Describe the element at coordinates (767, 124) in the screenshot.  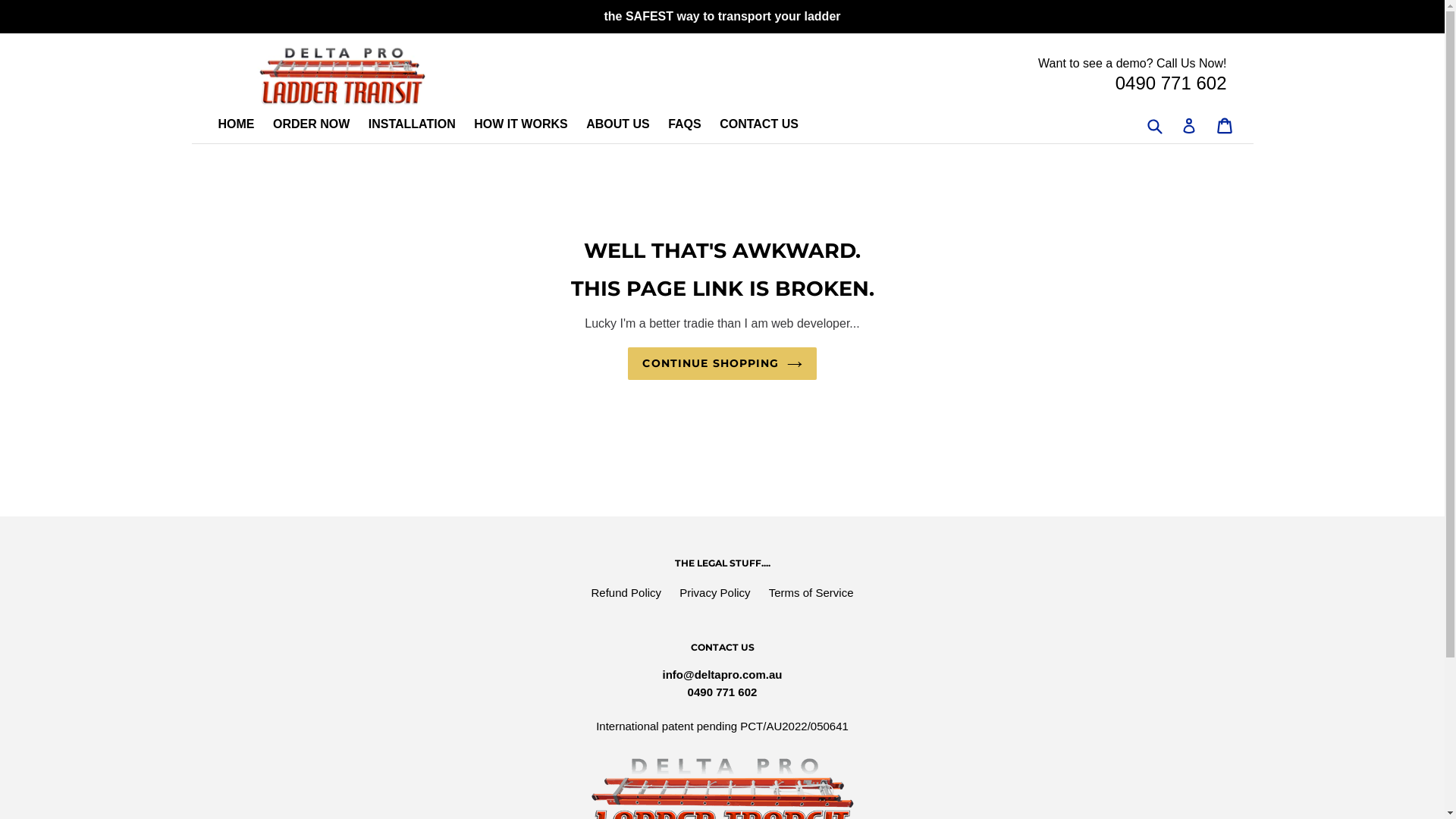
I see `'CONTACT US'` at that location.